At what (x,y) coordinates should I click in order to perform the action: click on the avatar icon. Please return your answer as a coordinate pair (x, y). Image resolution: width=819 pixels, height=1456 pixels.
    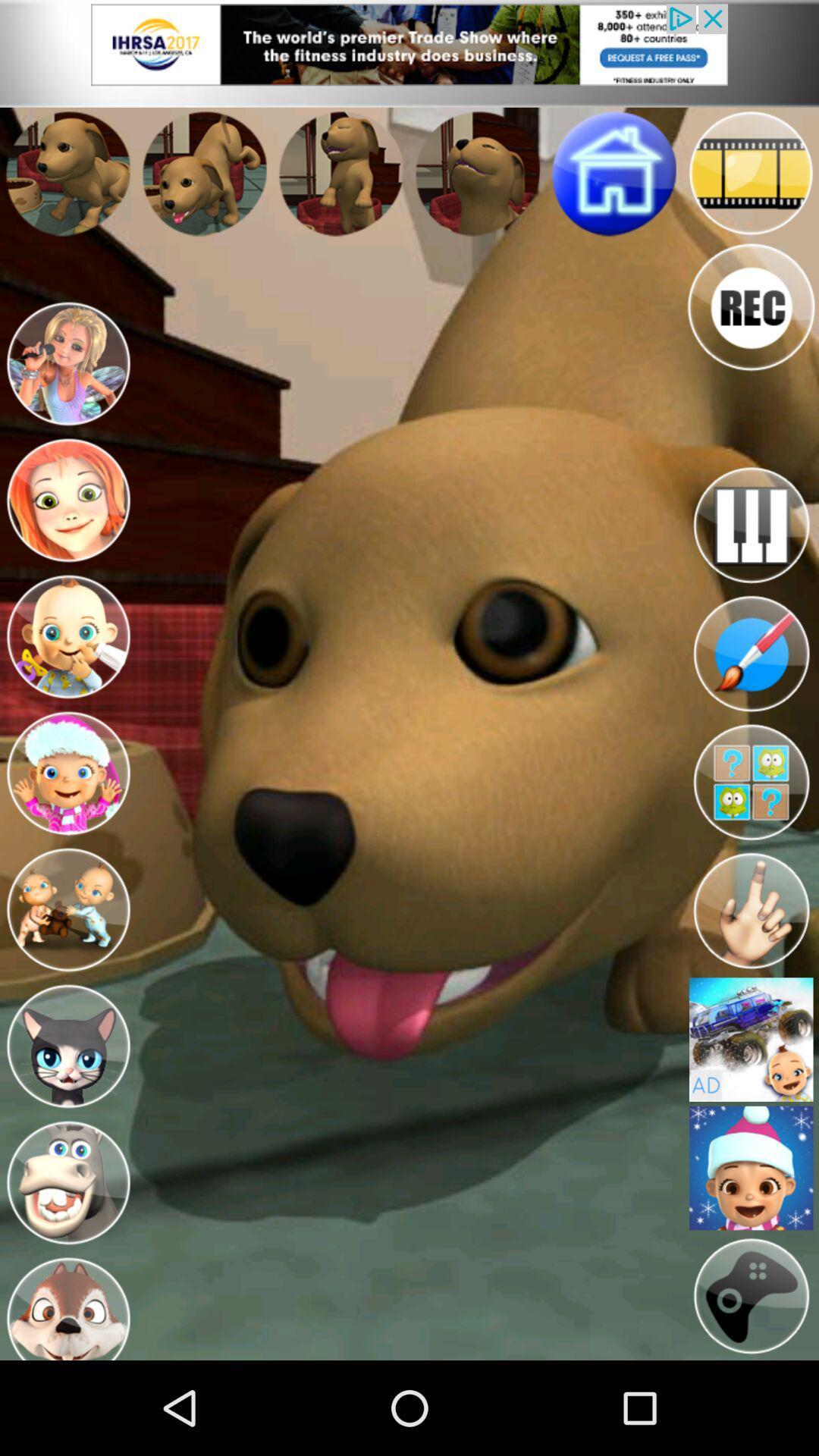
    Looking at the image, I should click on (67, 827).